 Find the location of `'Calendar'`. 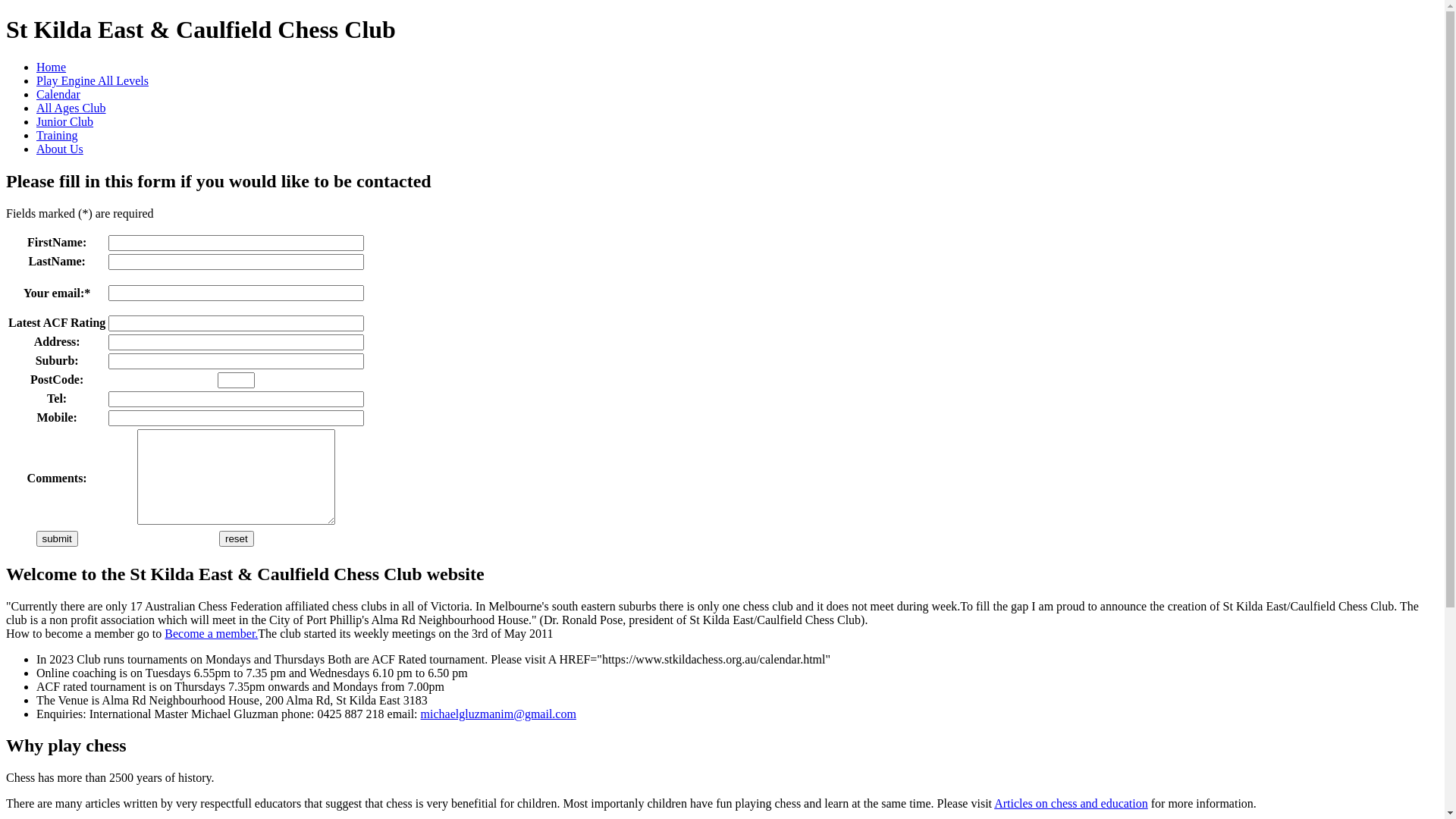

'Calendar' is located at coordinates (58, 94).